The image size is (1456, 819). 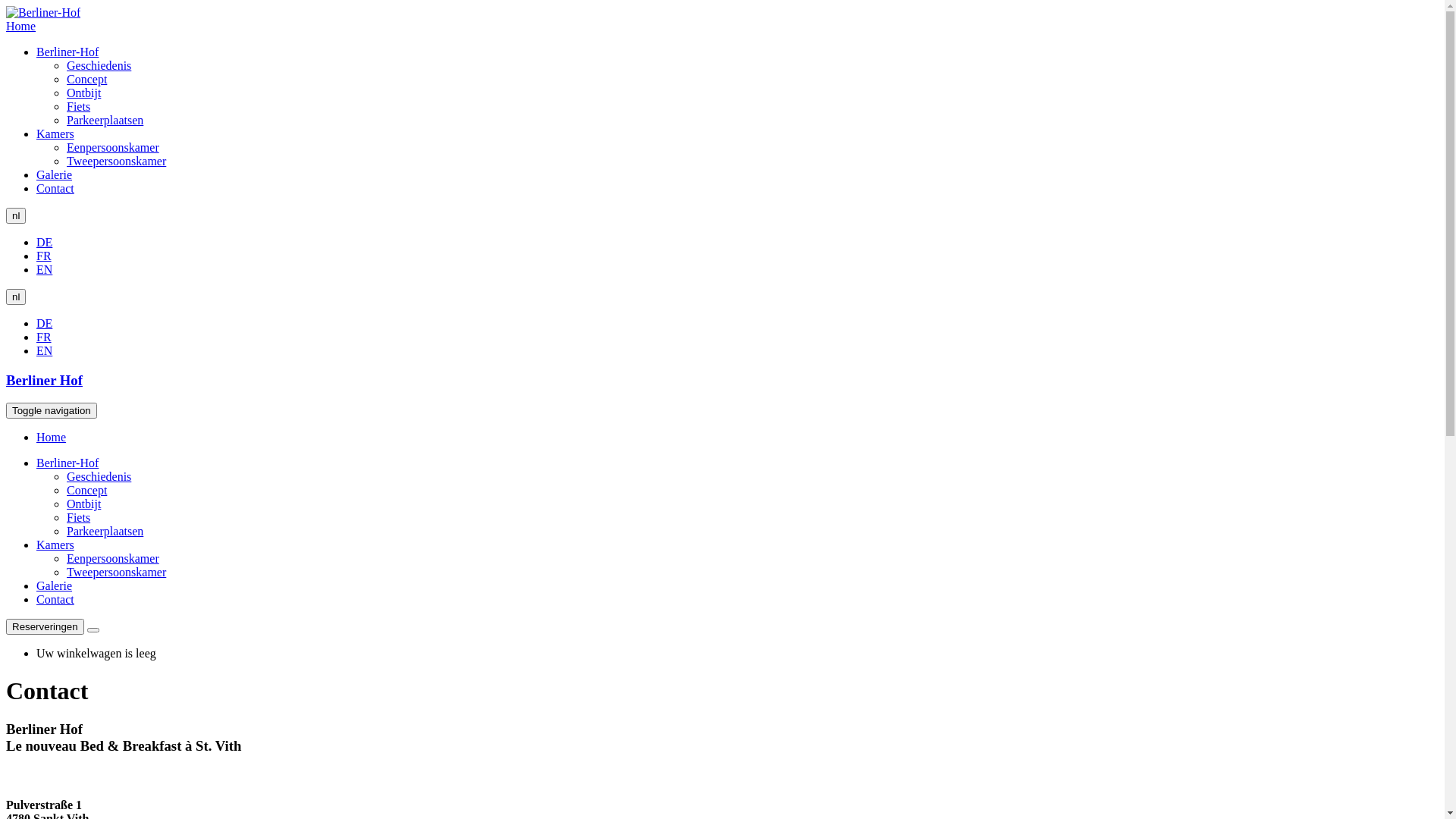 What do you see at coordinates (65, 530) in the screenshot?
I see `'Parkeerplaatsen'` at bounding box center [65, 530].